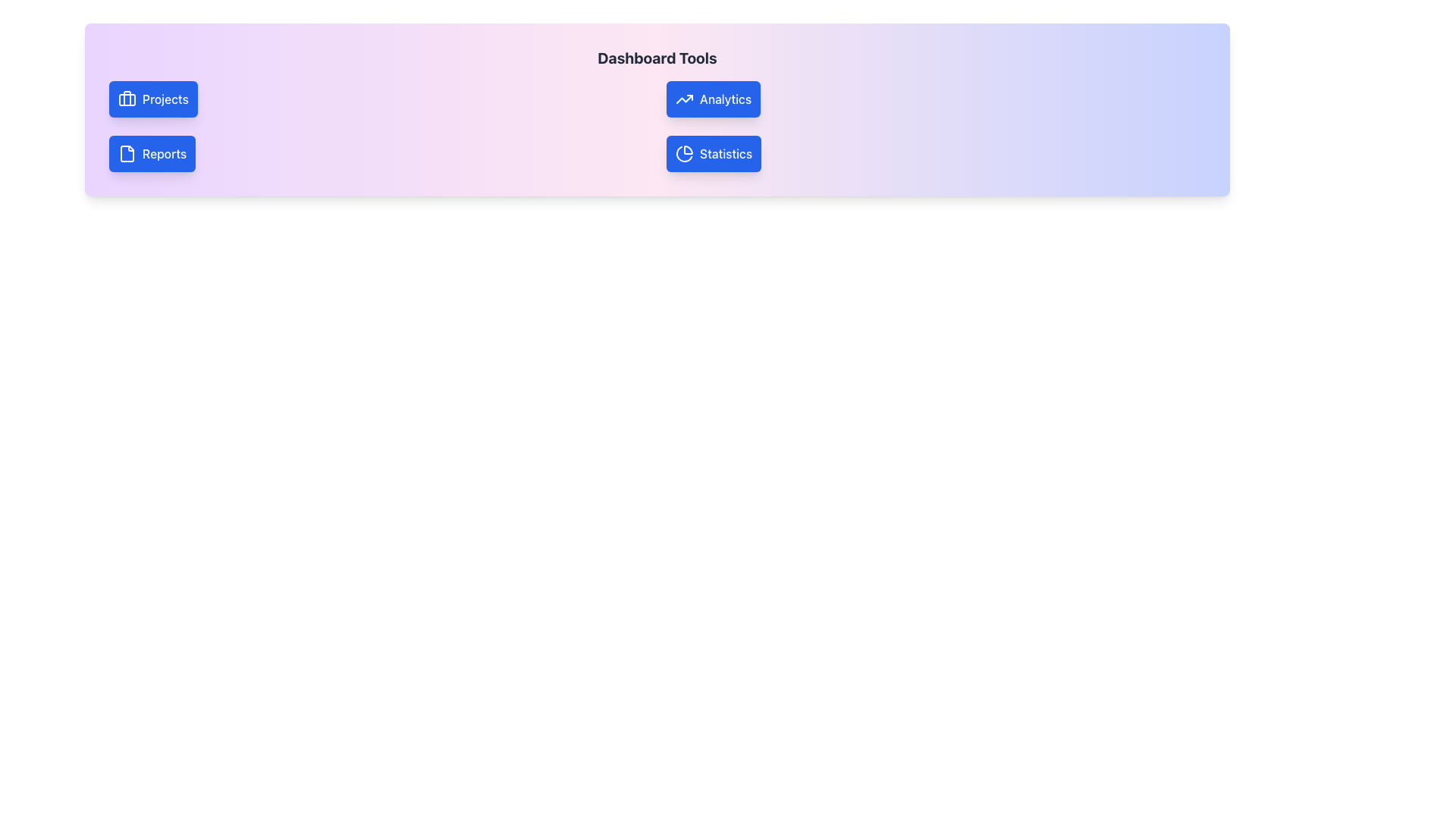  Describe the element at coordinates (152, 154) in the screenshot. I see `the report button located below the 'Projects' button in the left column of the interface` at that location.